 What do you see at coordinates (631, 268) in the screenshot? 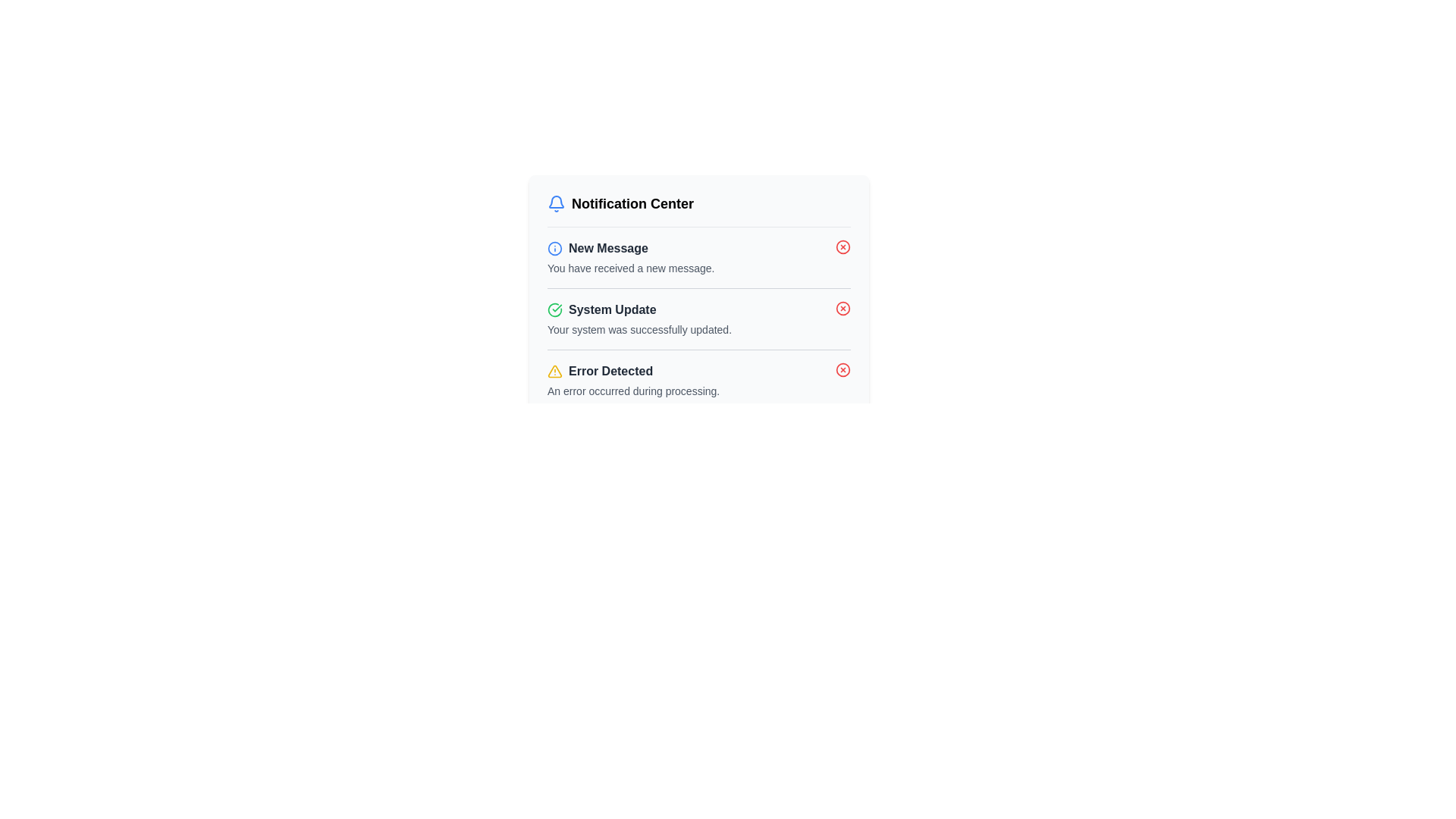
I see `the text label that provides additional information related to the 'New Message' notification, located below the 'New Message' title in the notification section` at bounding box center [631, 268].